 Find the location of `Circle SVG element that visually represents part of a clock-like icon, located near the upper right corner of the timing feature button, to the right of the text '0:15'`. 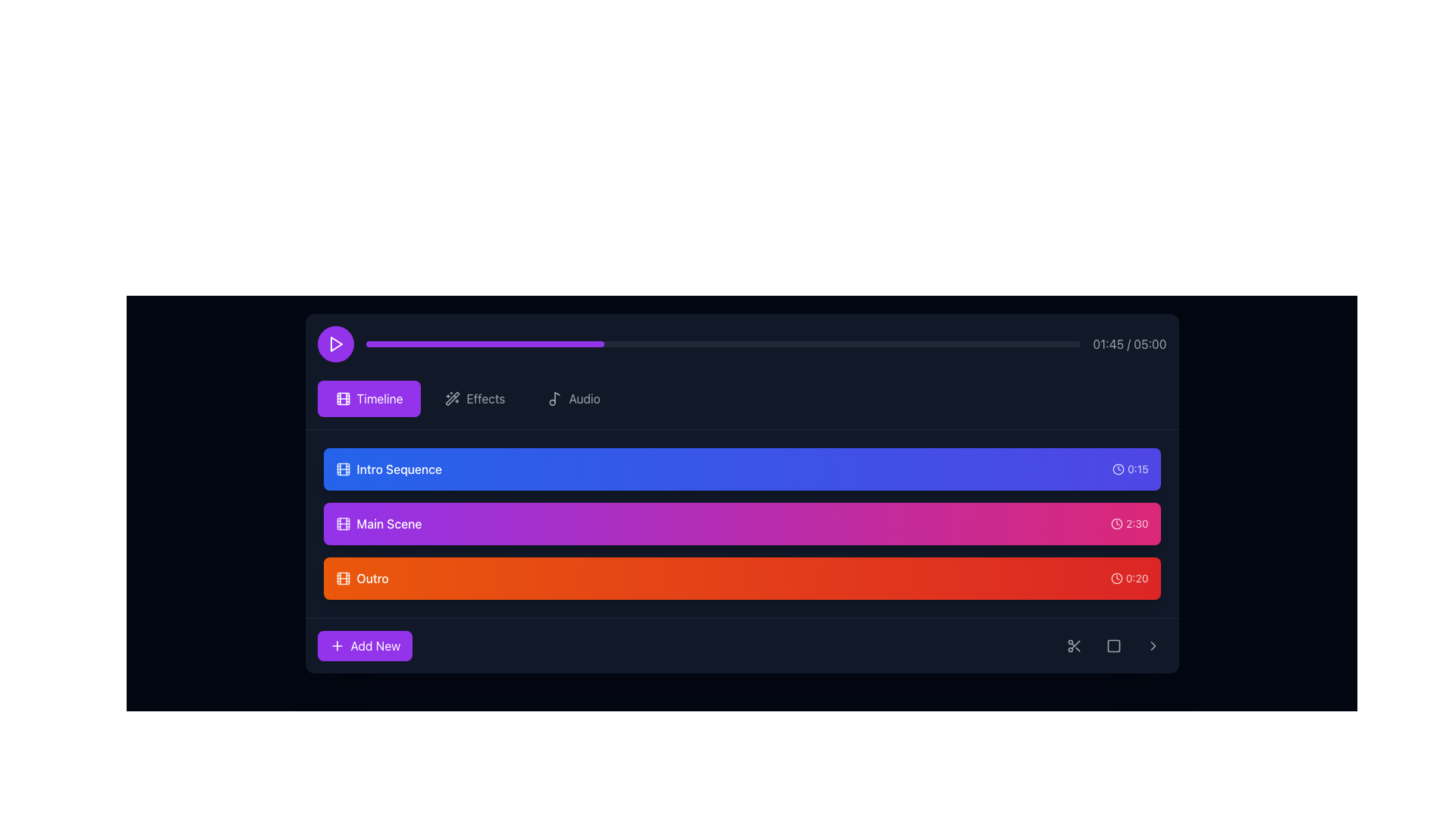

Circle SVG element that visually represents part of a clock-like icon, located near the upper right corner of the timing feature button, to the right of the text '0:15' is located at coordinates (1117, 522).